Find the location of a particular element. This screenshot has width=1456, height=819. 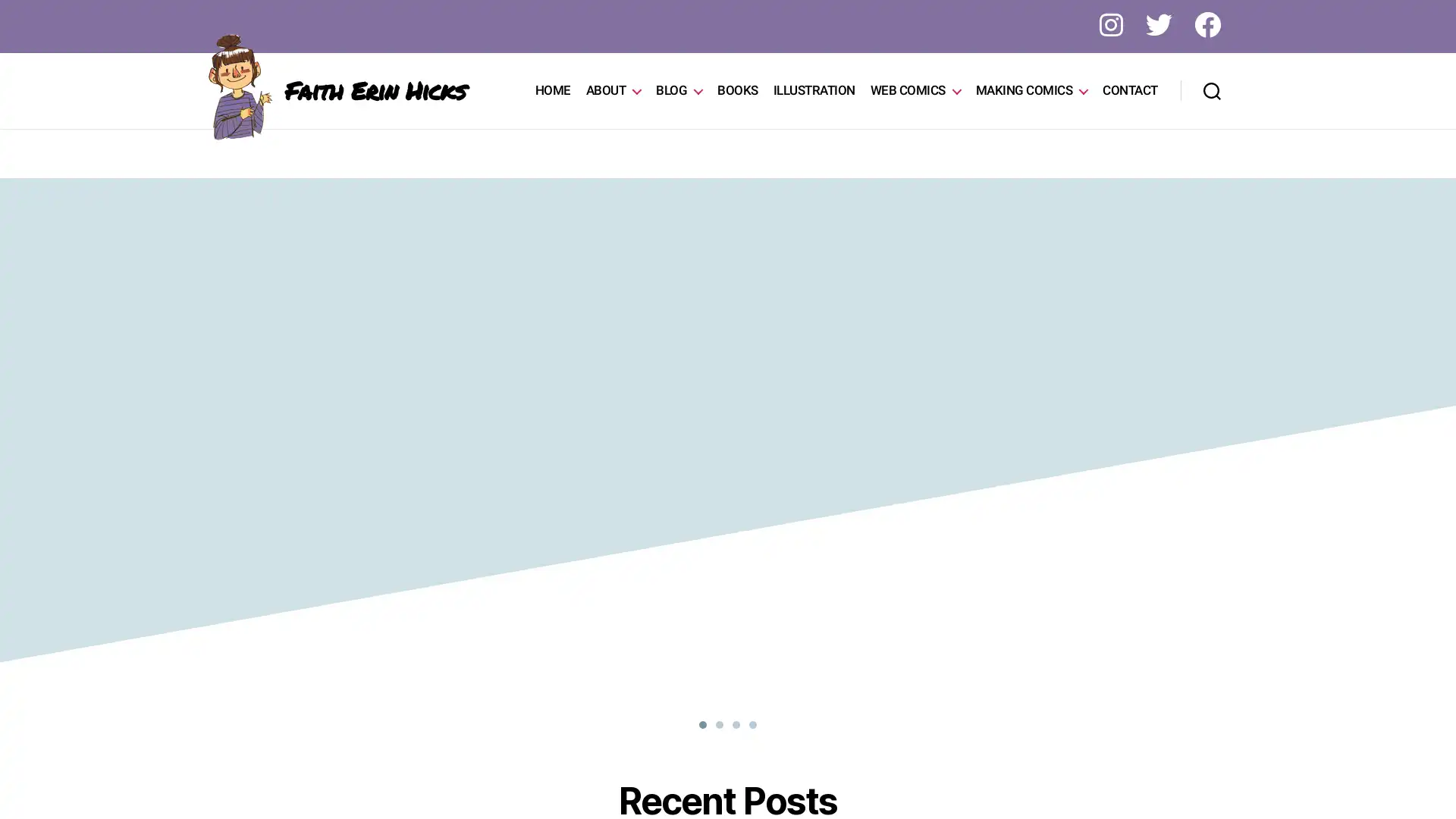

Slide 3 is located at coordinates (753, 723).